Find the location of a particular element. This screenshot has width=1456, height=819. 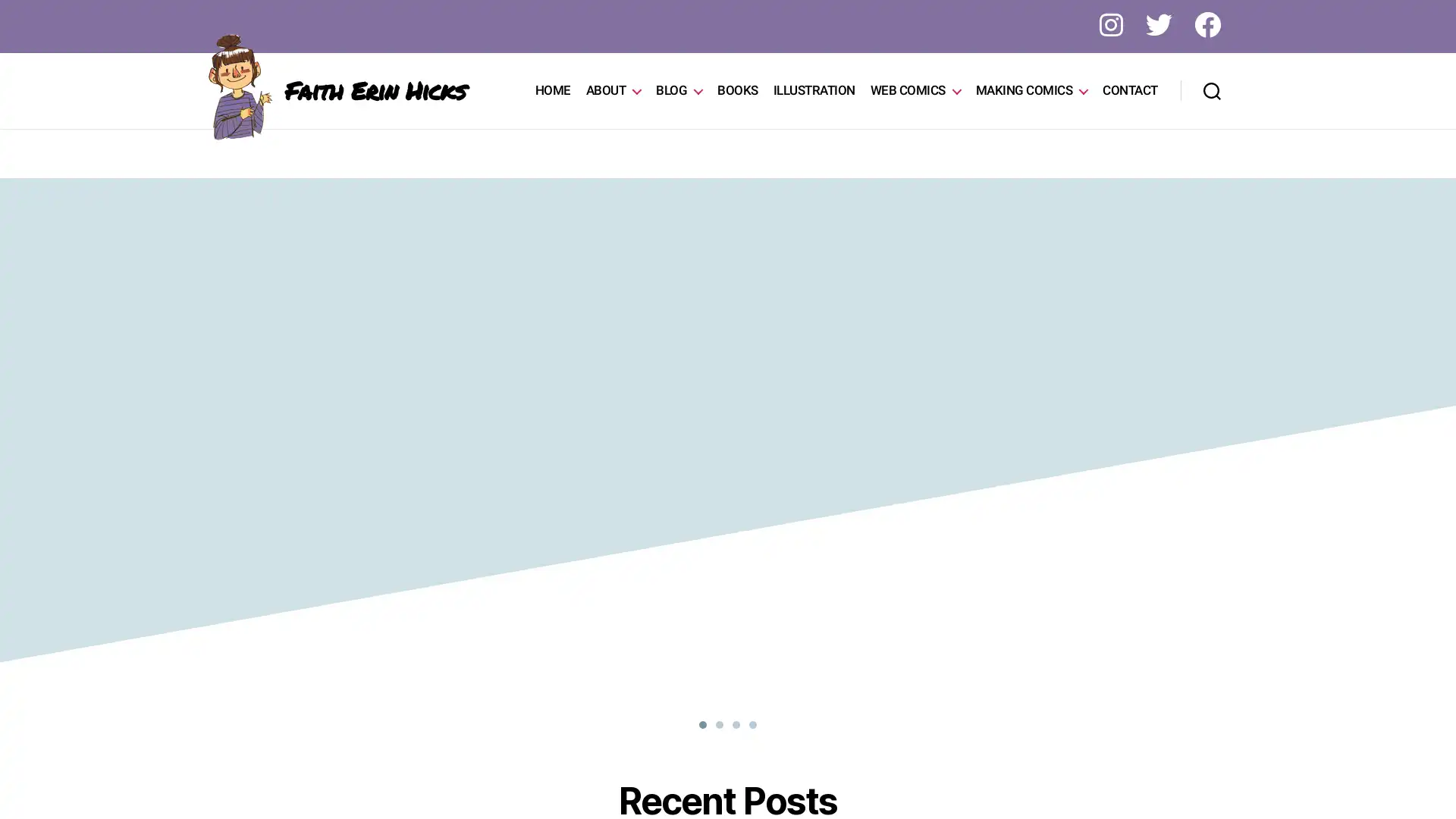

Slide 3 is located at coordinates (753, 723).